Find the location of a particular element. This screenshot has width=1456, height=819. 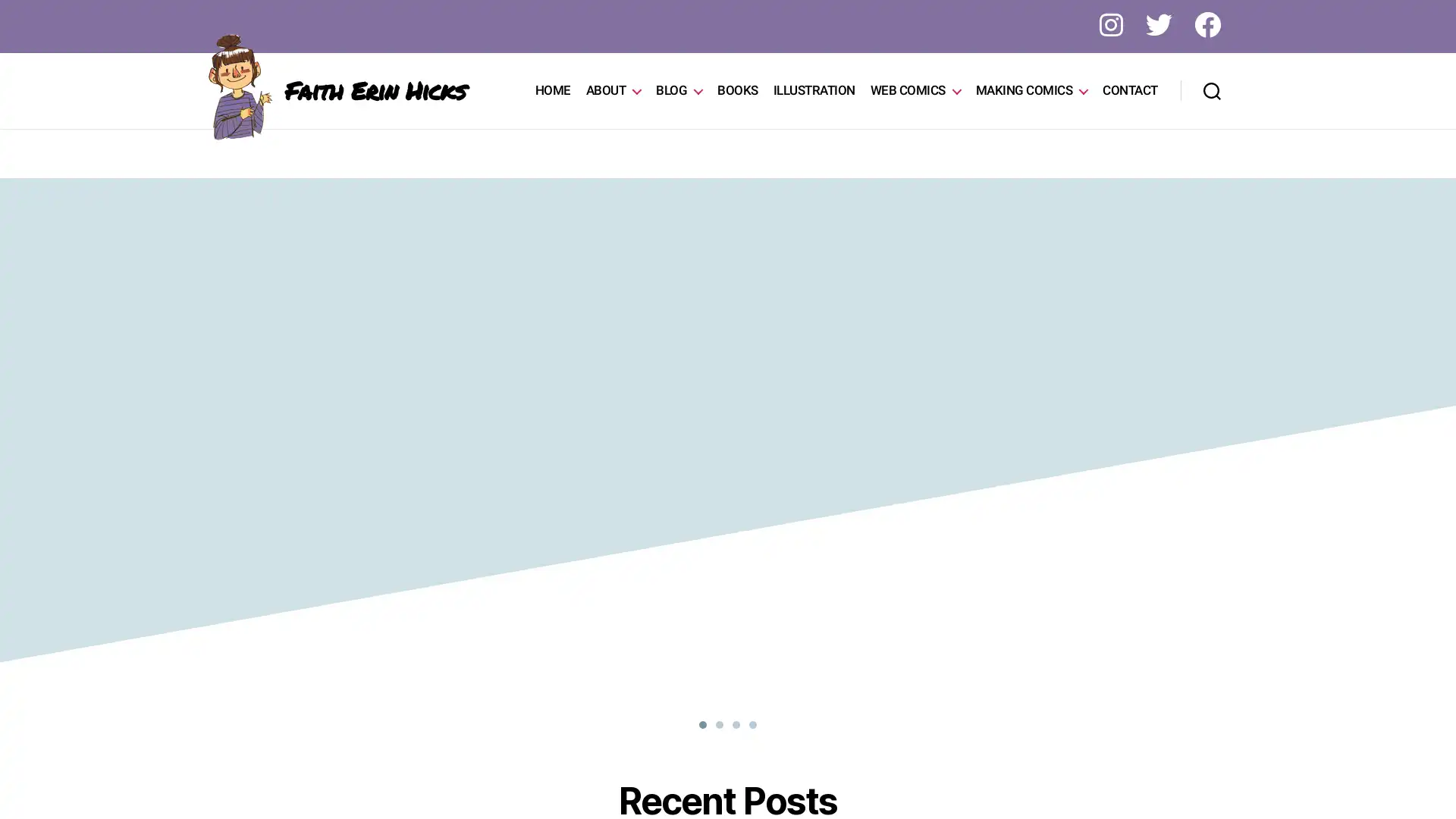

Slide 3 is located at coordinates (753, 723).